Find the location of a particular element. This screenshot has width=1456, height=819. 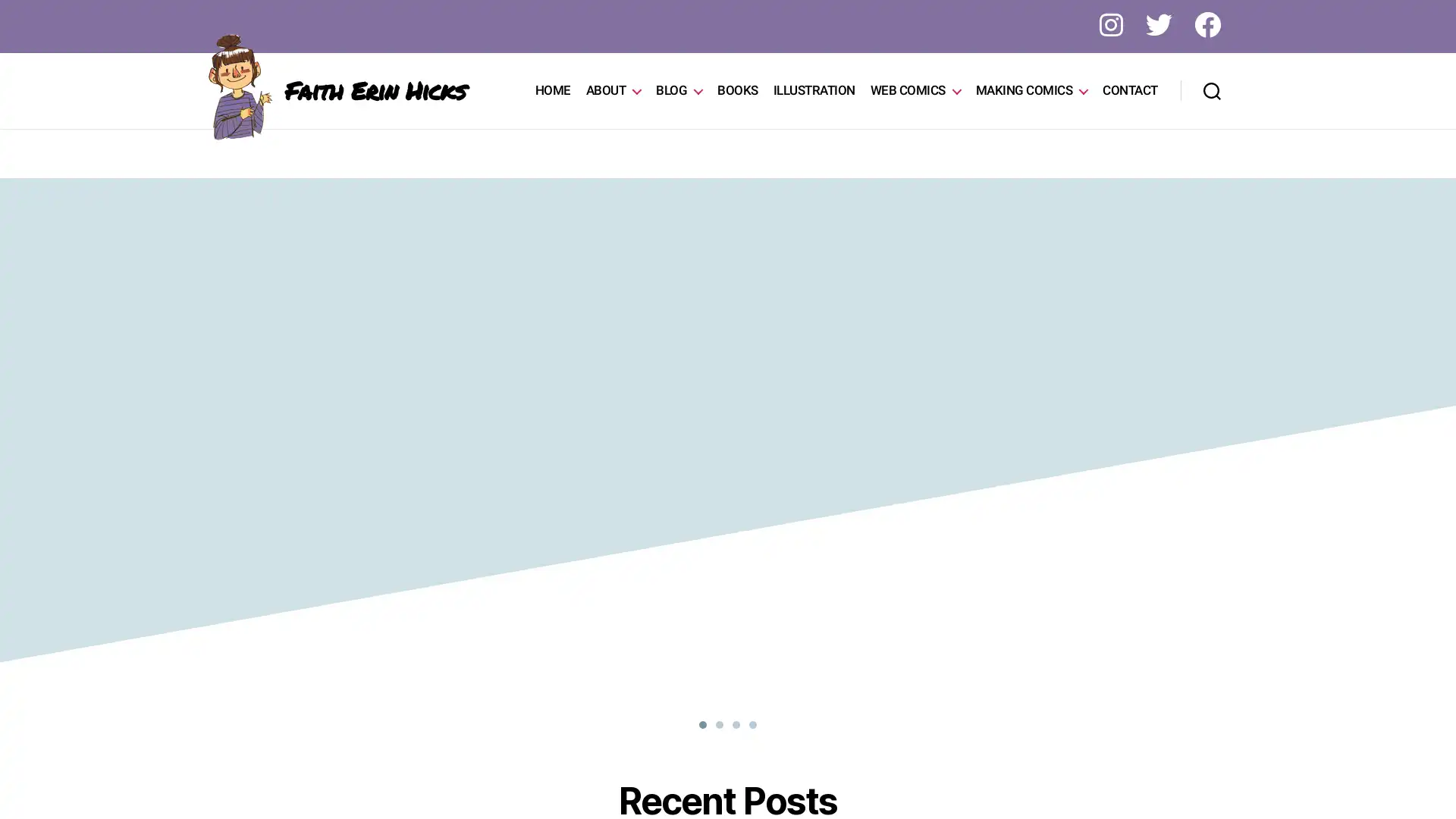

Slide 3 is located at coordinates (753, 723).